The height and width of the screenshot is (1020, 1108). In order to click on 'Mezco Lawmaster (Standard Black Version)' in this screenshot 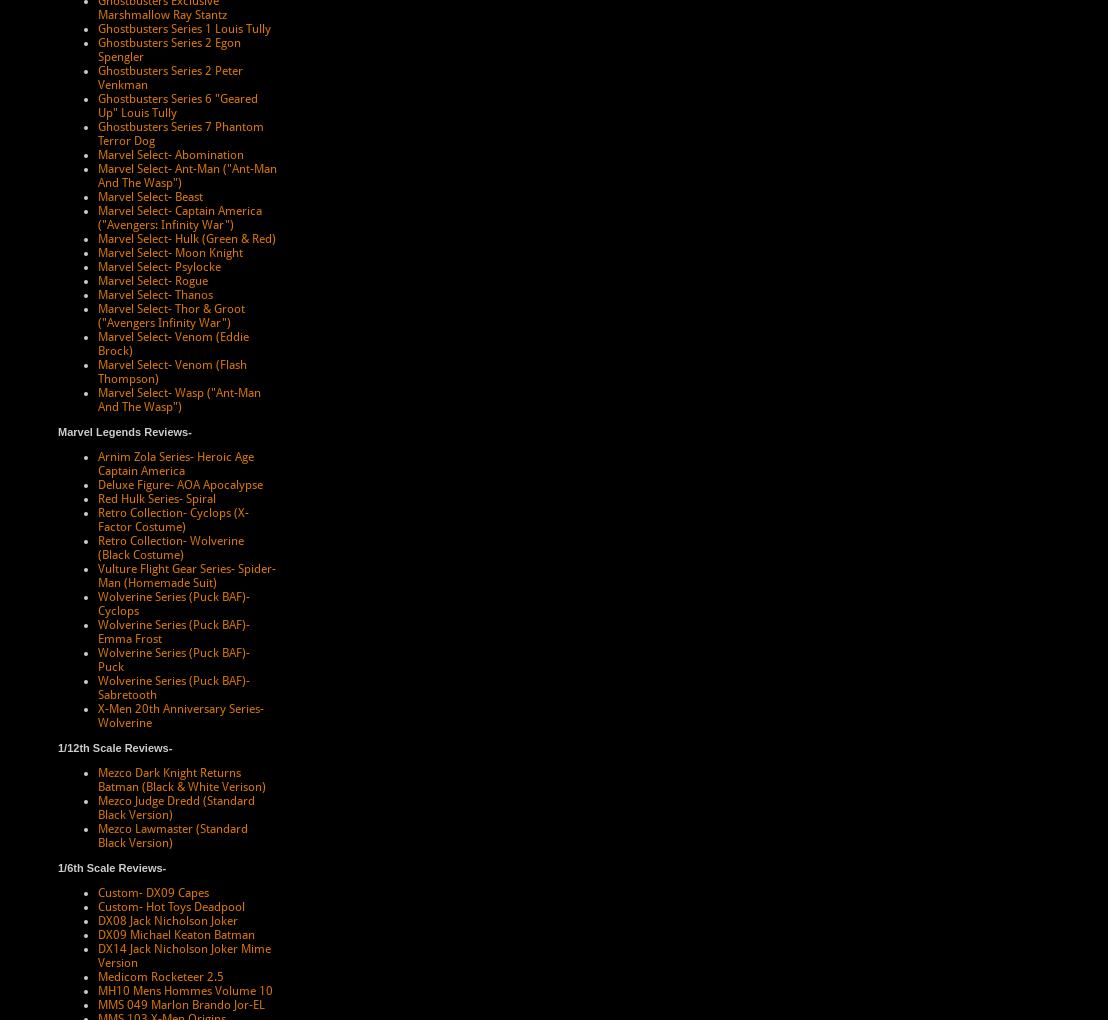, I will do `click(171, 835)`.